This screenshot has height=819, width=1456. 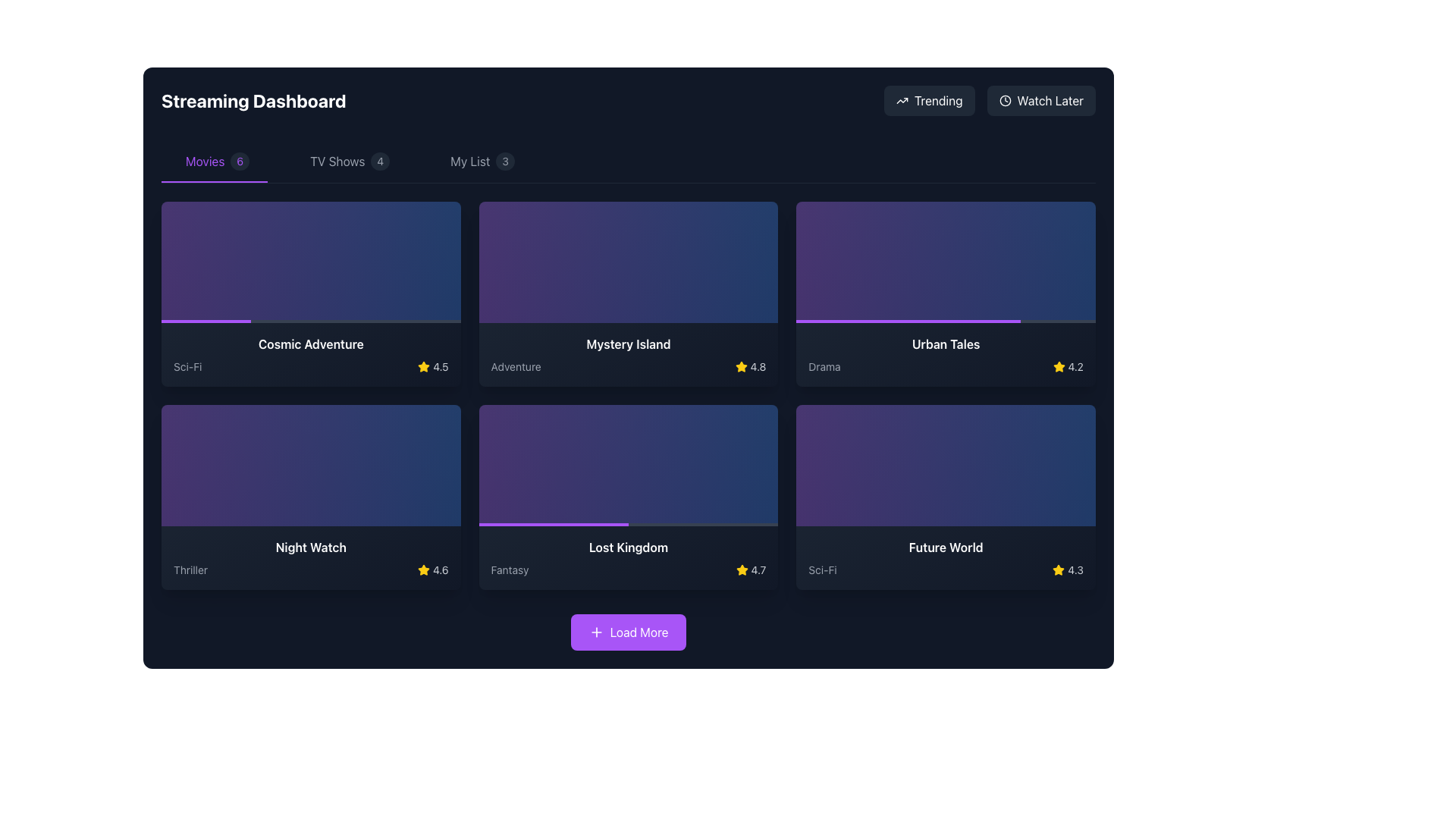 What do you see at coordinates (239, 161) in the screenshot?
I see `the Number badge indicating the count of items or notifications related to the 'Movies' category, positioned to the immediate right of the 'Movies' text in the navigation area` at bounding box center [239, 161].